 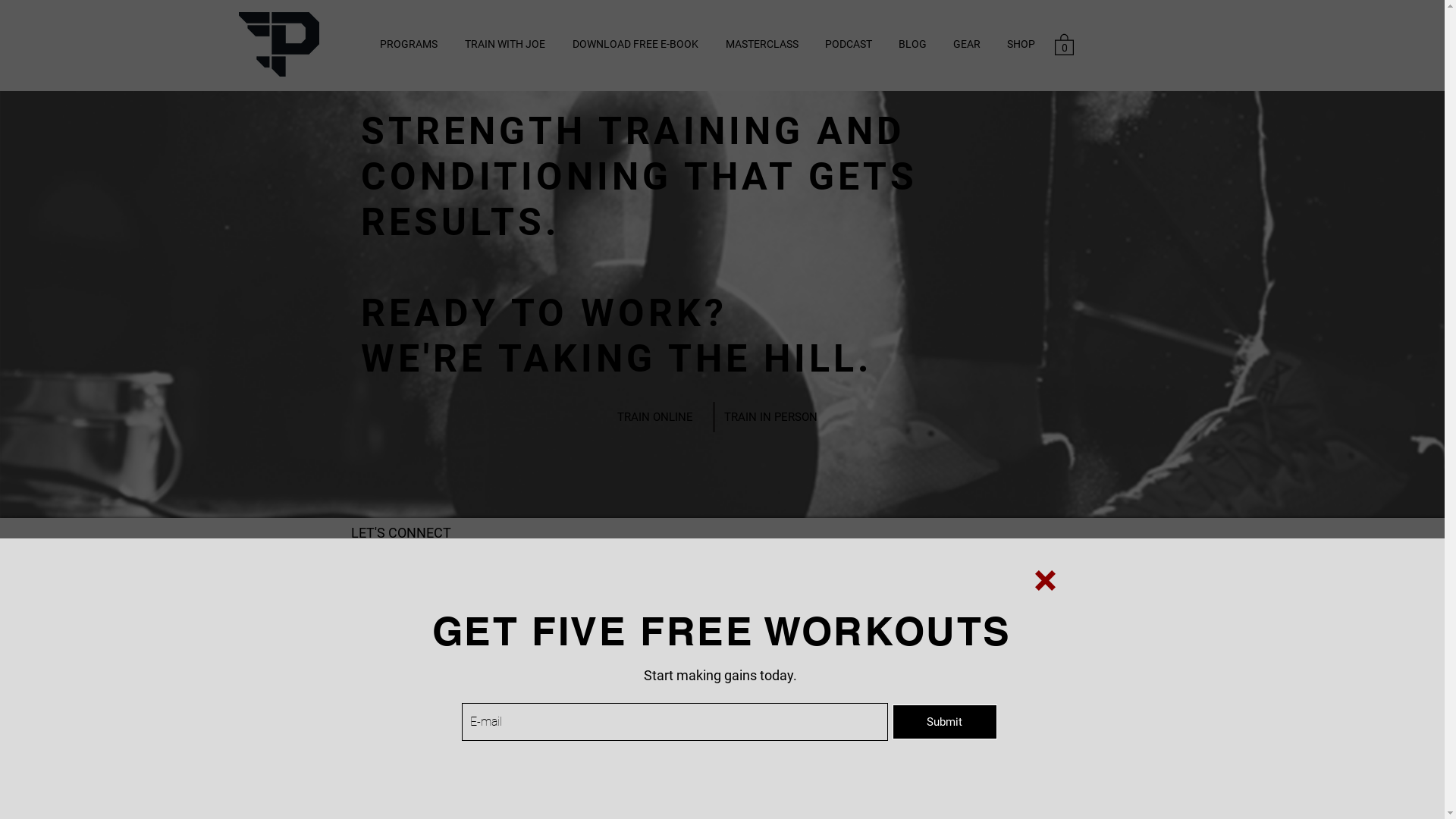 What do you see at coordinates (912, 43) in the screenshot?
I see `'BLOG'` at bounding box center [912, 43].